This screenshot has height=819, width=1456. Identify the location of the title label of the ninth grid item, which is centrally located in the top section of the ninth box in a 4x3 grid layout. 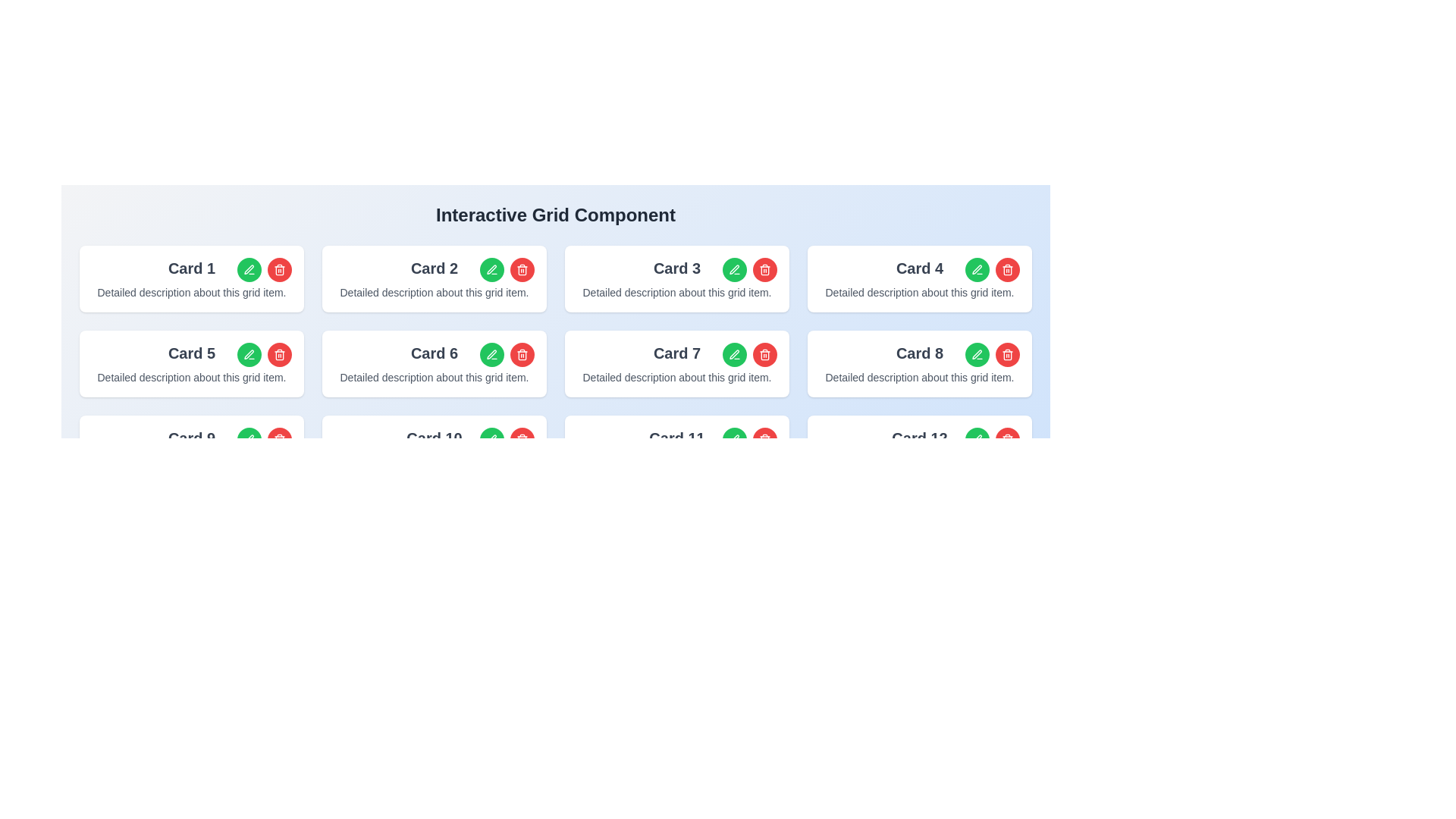
(191, 438).